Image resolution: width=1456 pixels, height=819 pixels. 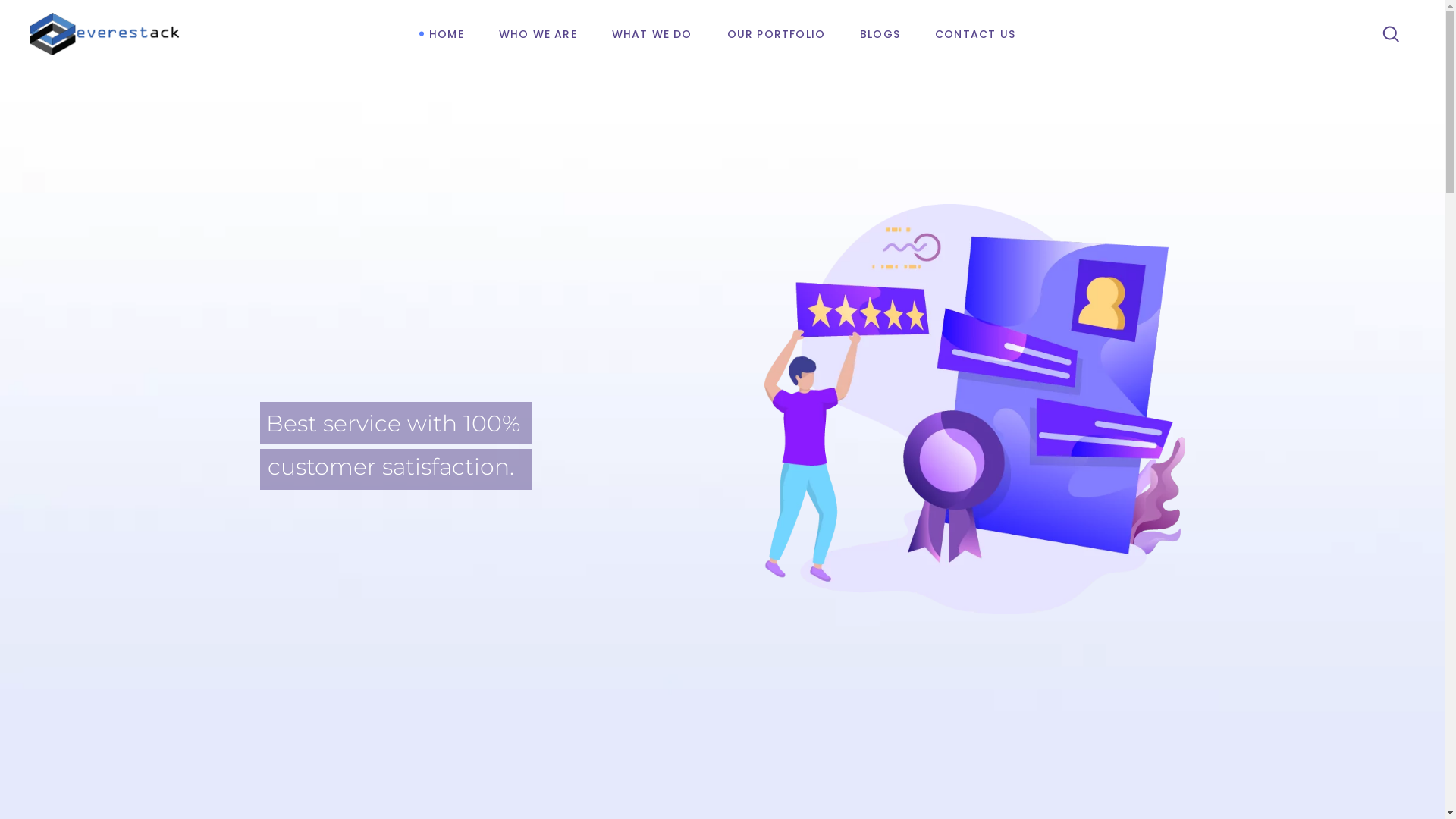 What do you see at coordinates (776, 34) in the screenshot?
I see `'OUR PORTFOLIO'` at bounding box center [776, 34].